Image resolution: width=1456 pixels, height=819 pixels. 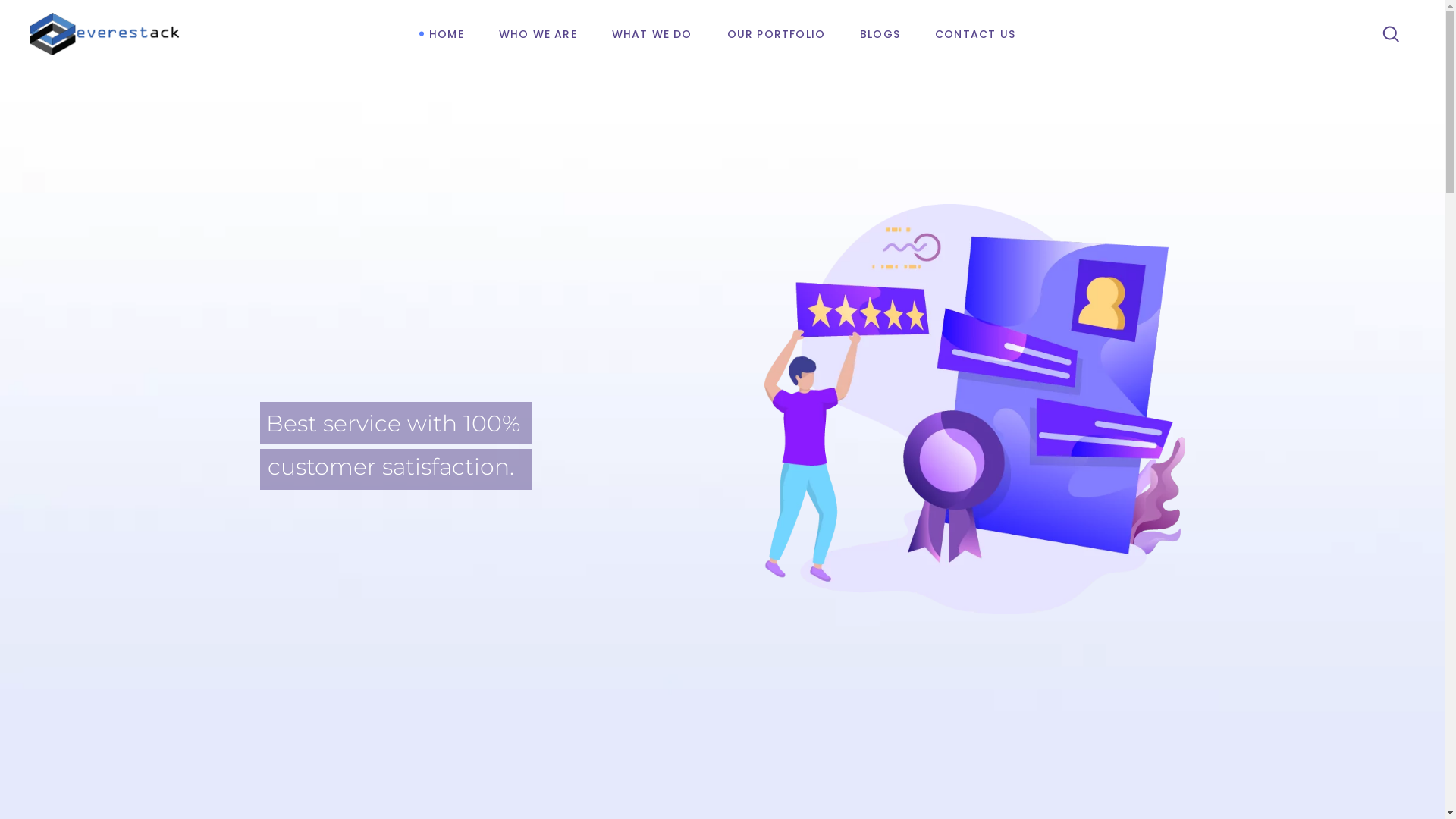 What do you see at coordinates (776, 34) in the screenshot?
I see `'OUR PORTFOLIO'` at bounding box center [776, 34].